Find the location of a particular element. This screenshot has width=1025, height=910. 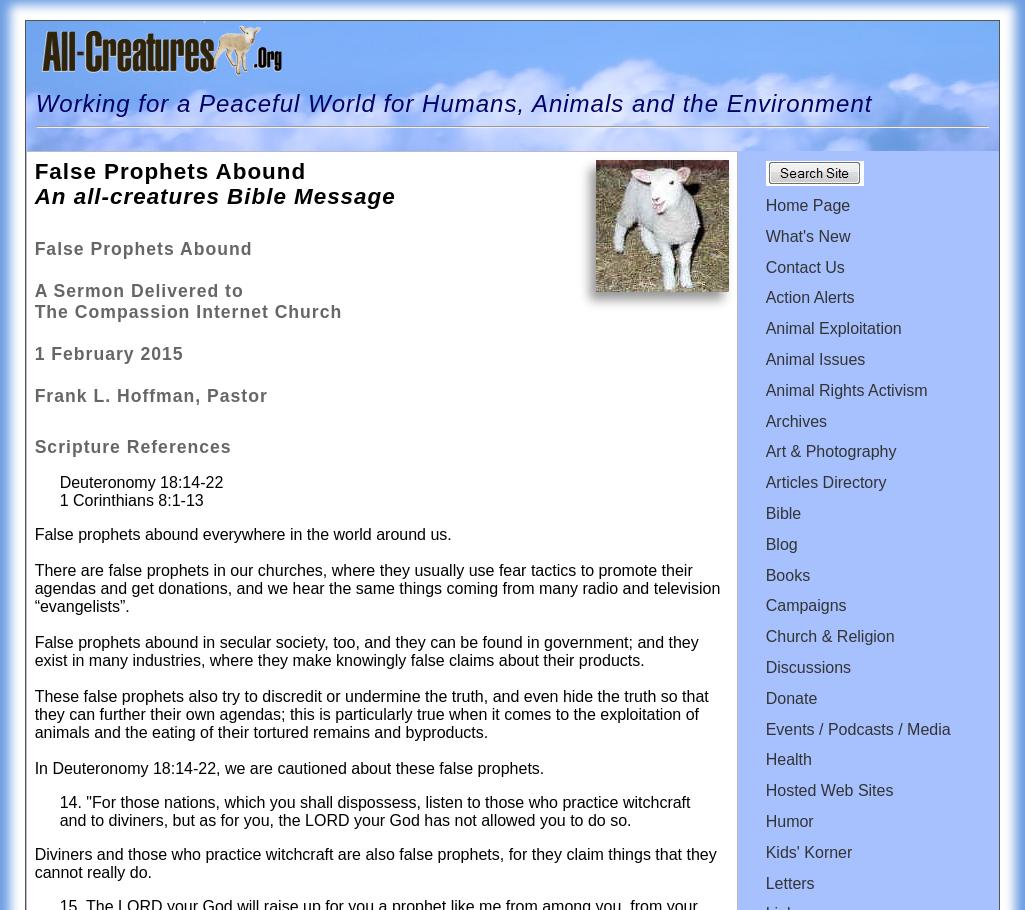

'Books' is located at coordinates (764, 574).